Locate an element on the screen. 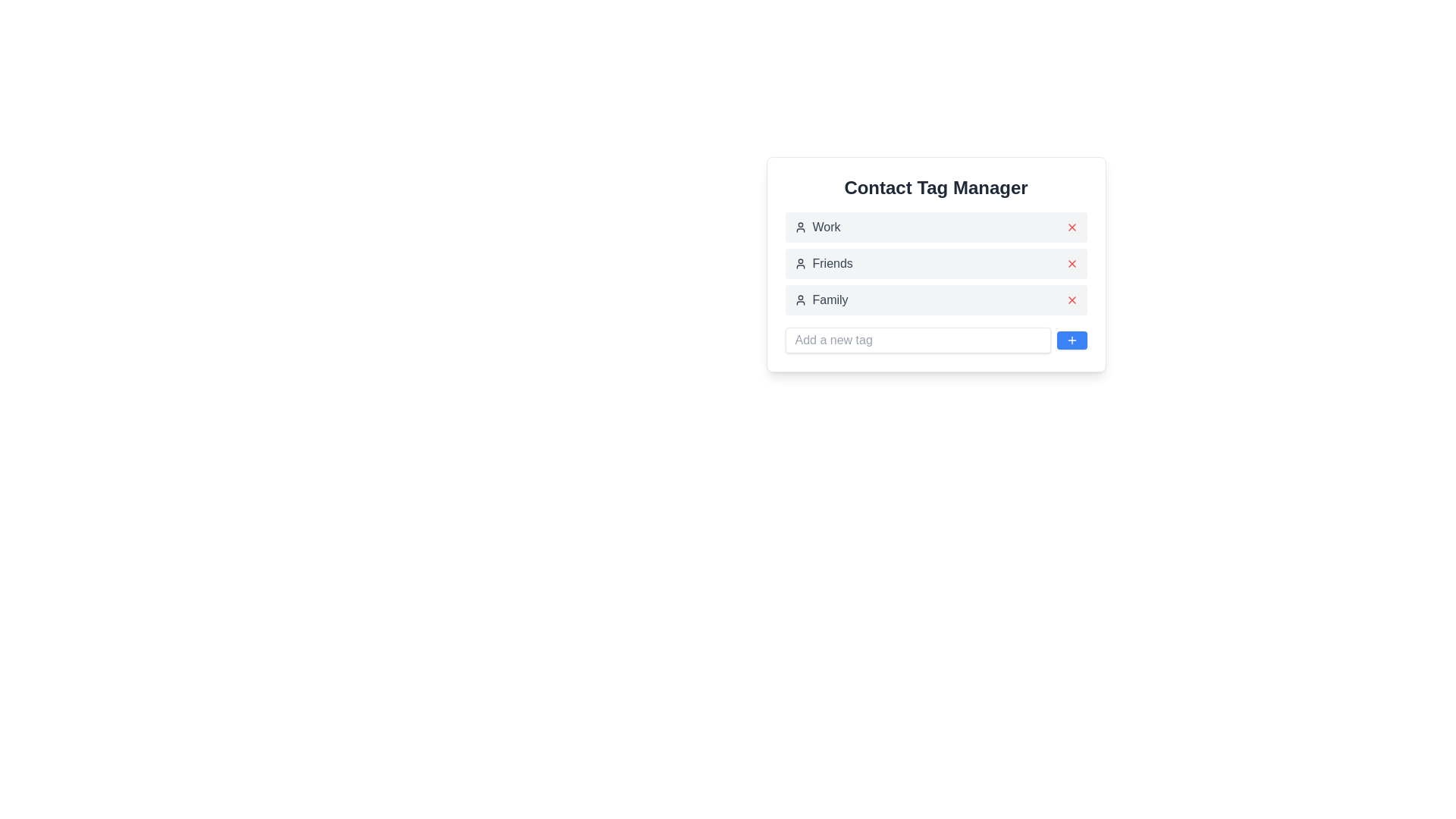 The height and width of the screenshot is (819, 1456). the user silhouette icon located to the immediate left of the 'Family' label in the 'Contact Tag Manager' section is located at coordinates (799, 300).